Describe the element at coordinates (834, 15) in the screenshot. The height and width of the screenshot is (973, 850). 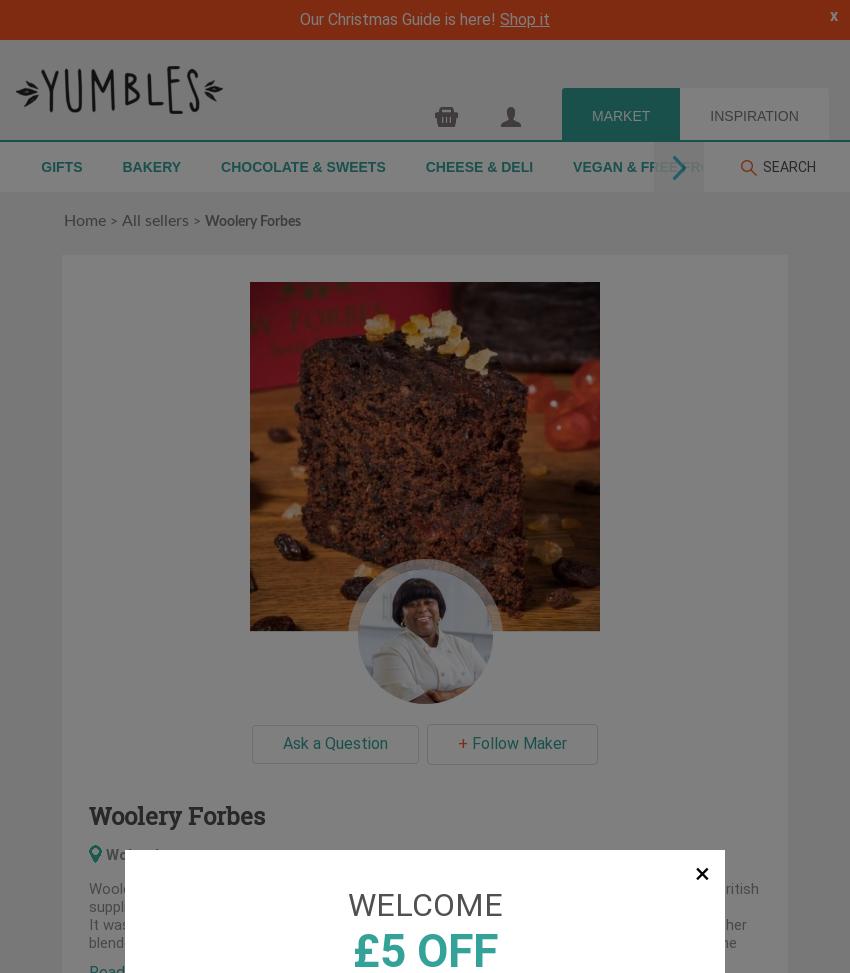
I see `'x'` at that location.